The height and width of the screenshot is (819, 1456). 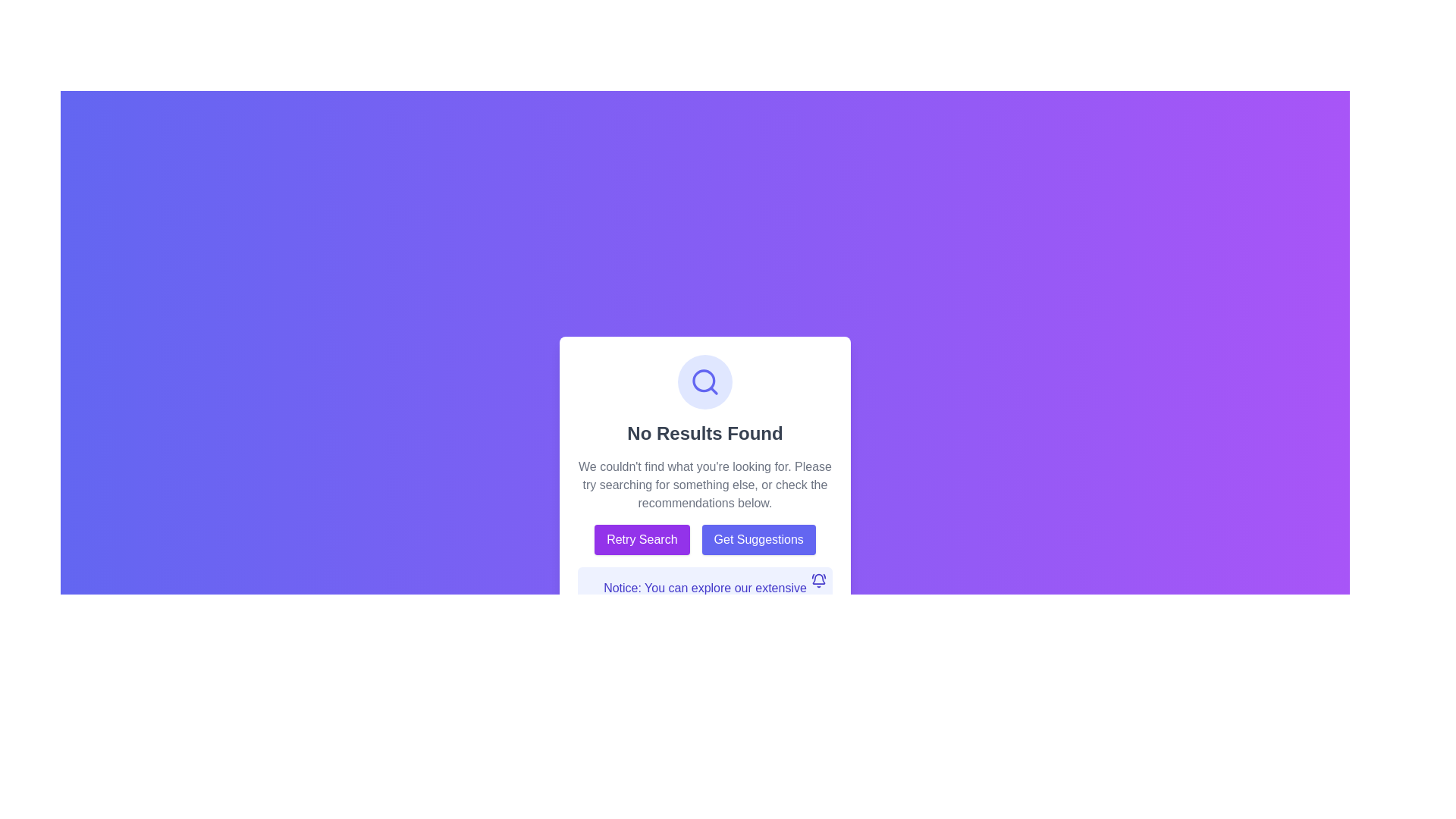 I want to click on the notification bell icon, which is a prominent indigo-colored bell located in the top-right corner of a light-indigo notice box at the bottom of the central card, so click(x=818, y=580).